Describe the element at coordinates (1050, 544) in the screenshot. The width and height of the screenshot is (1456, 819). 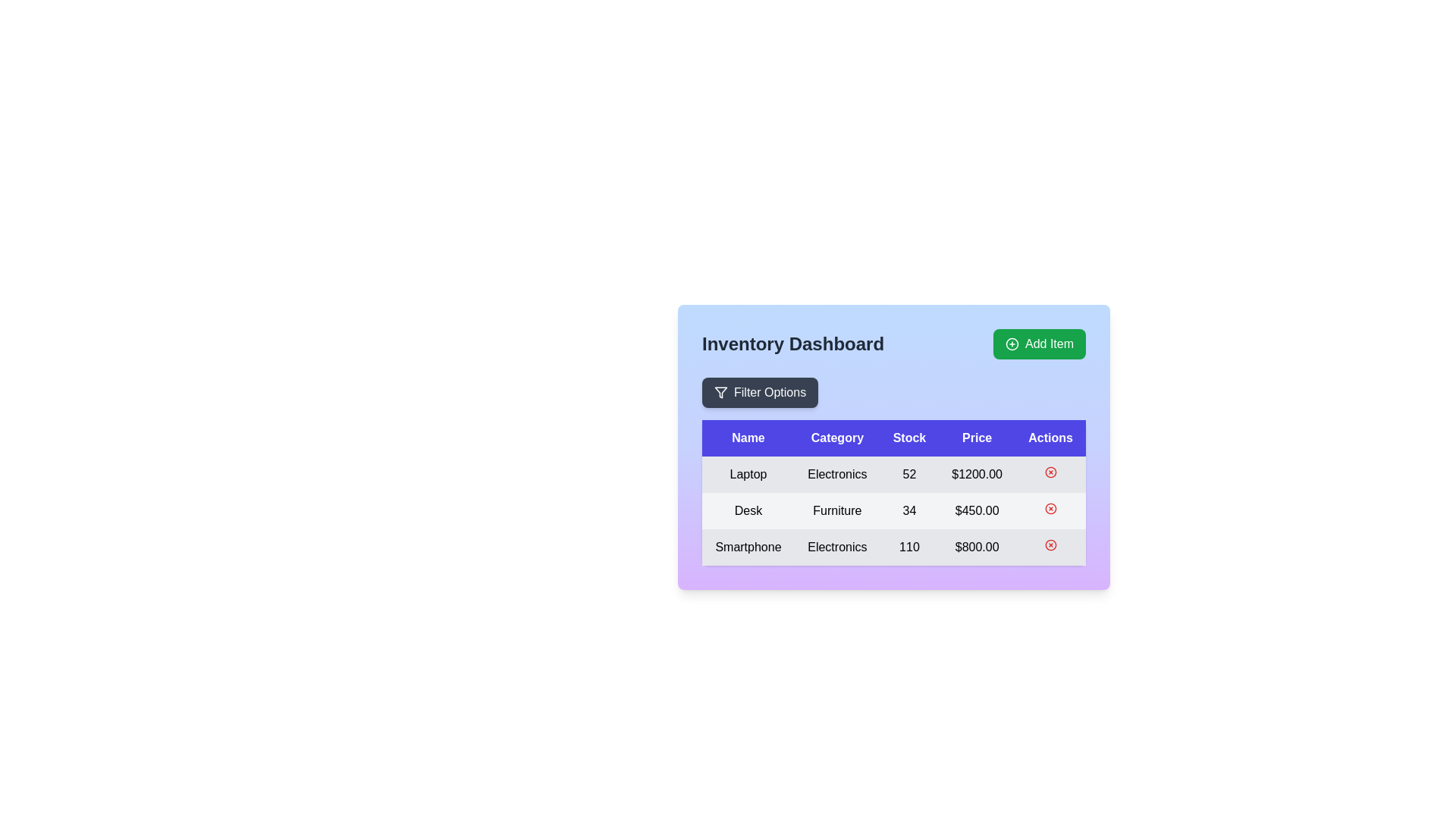
I see `the Circular graphical indicator in the 'Actions' column associated with the 'Smartphone' entry` at that location.